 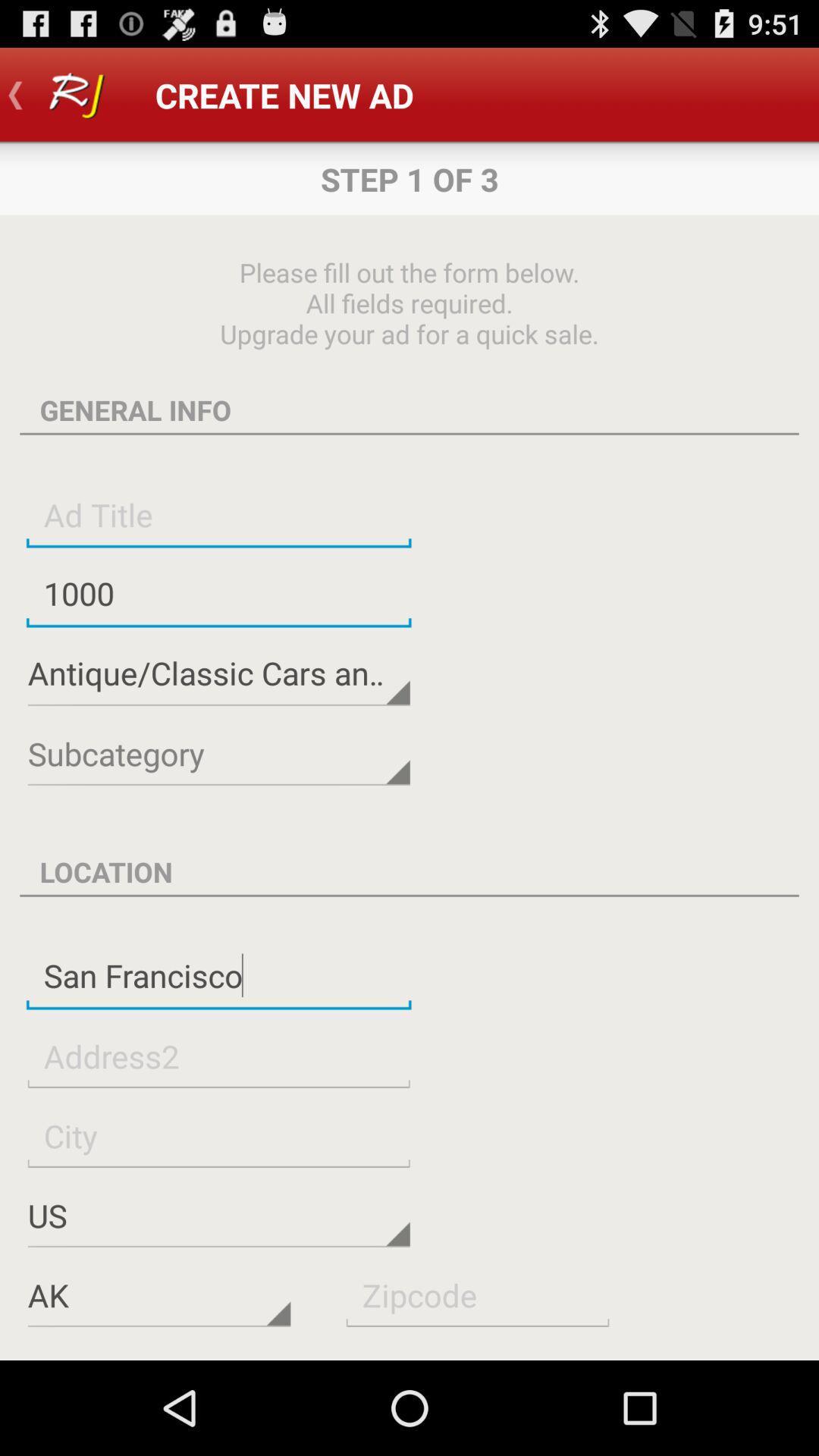 I want to click on insert advertisement title, so click(x=218, y=514).